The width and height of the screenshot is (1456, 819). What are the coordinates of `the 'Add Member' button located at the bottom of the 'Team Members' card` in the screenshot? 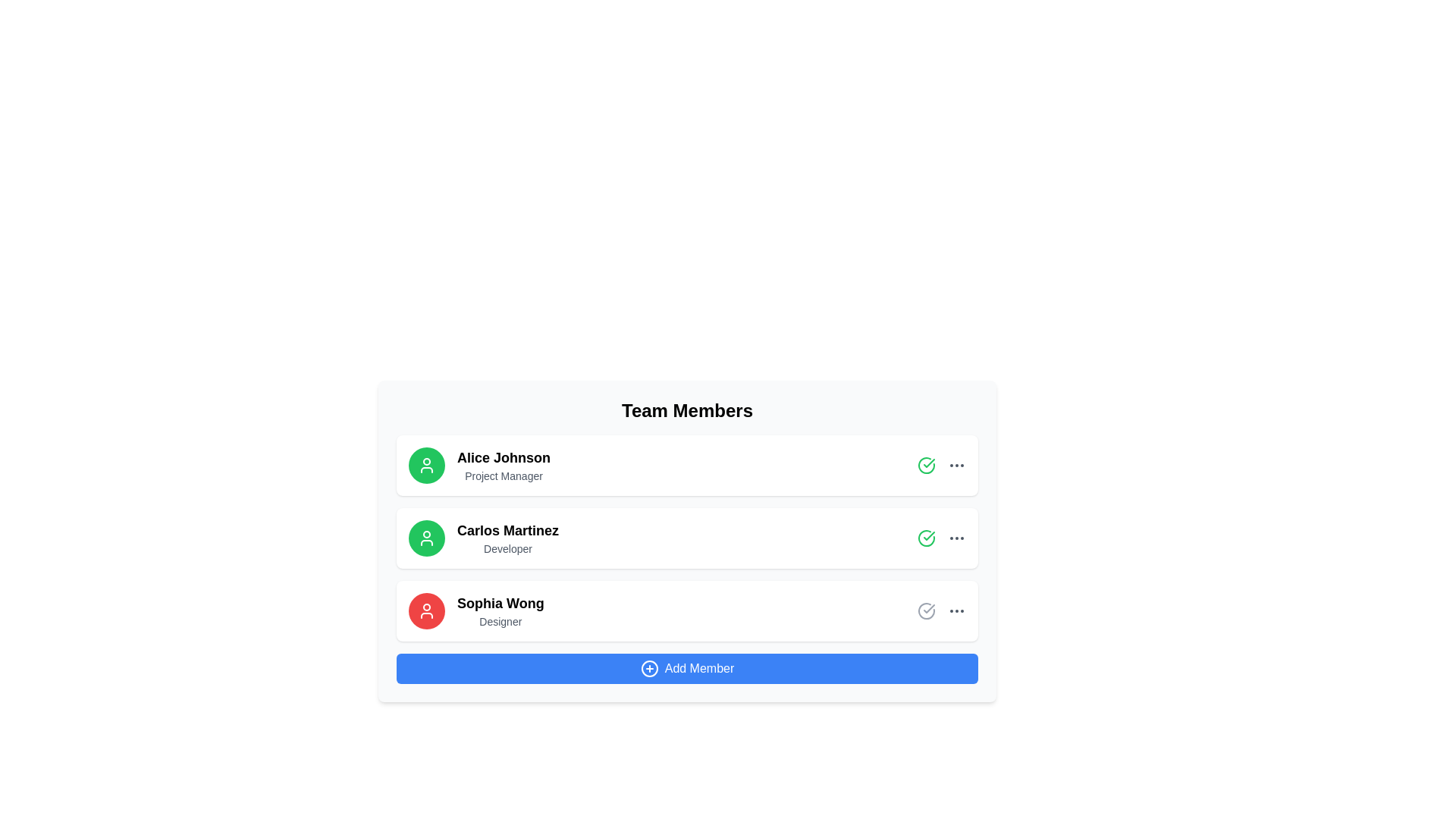 It's located at (686, 668).